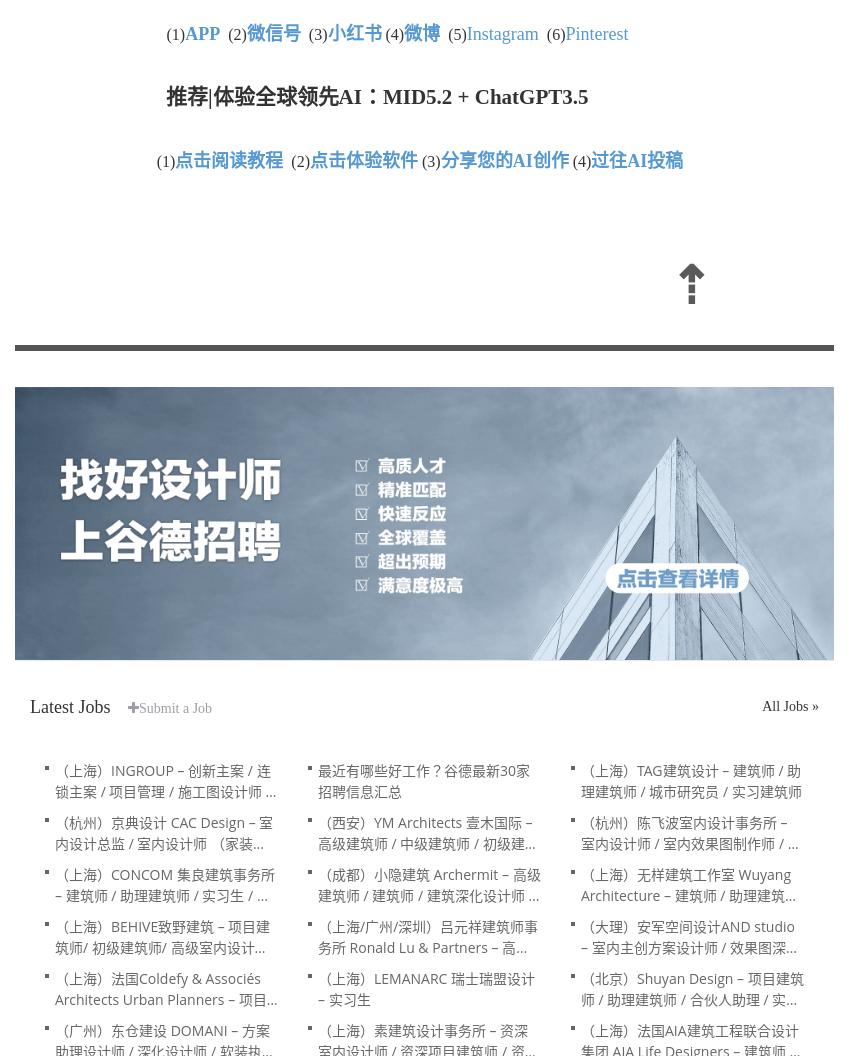  What do you see at coordinates (503, 34) in the screenshot?
I see `'nstagram'` at bounding box center [503, 34].